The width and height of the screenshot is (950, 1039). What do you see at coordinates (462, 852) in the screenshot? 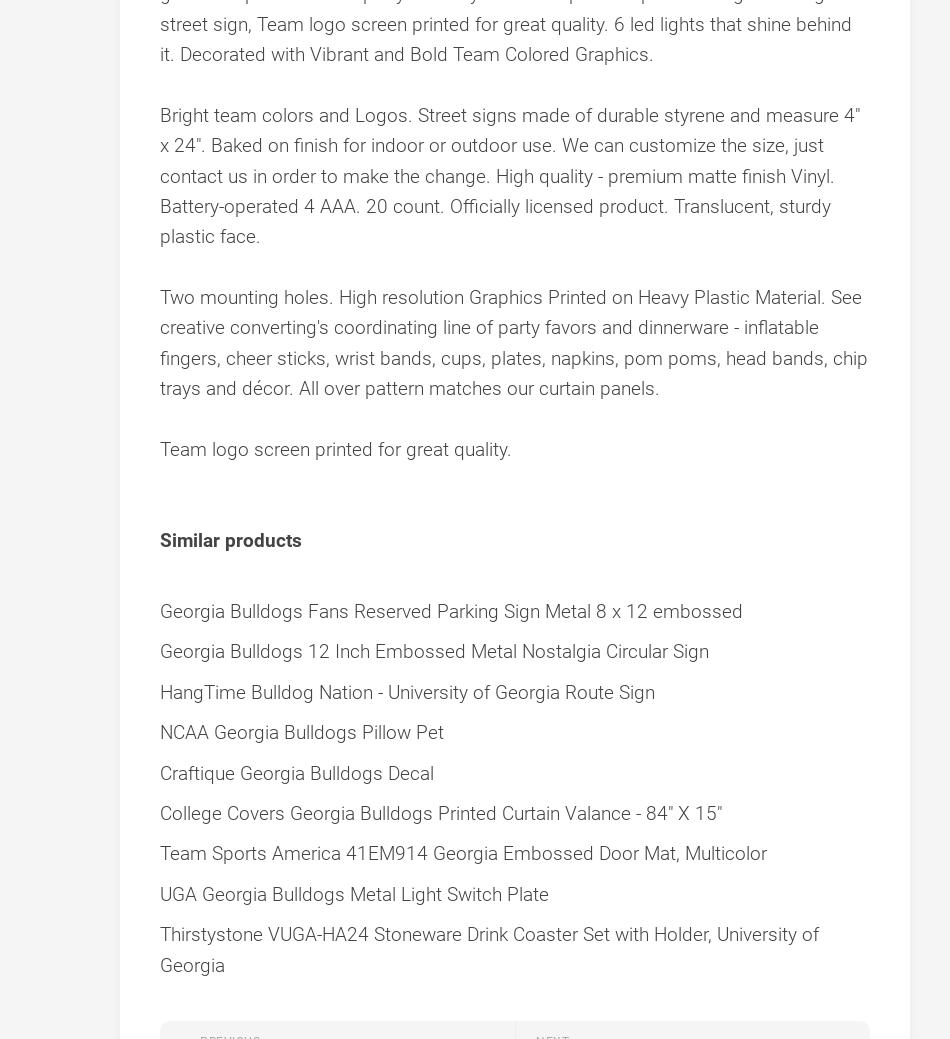
I see `'Team Sports America 41EM914 Georgia Embossed Door Mat, Multicolor'` at bounding box center [462, 852].